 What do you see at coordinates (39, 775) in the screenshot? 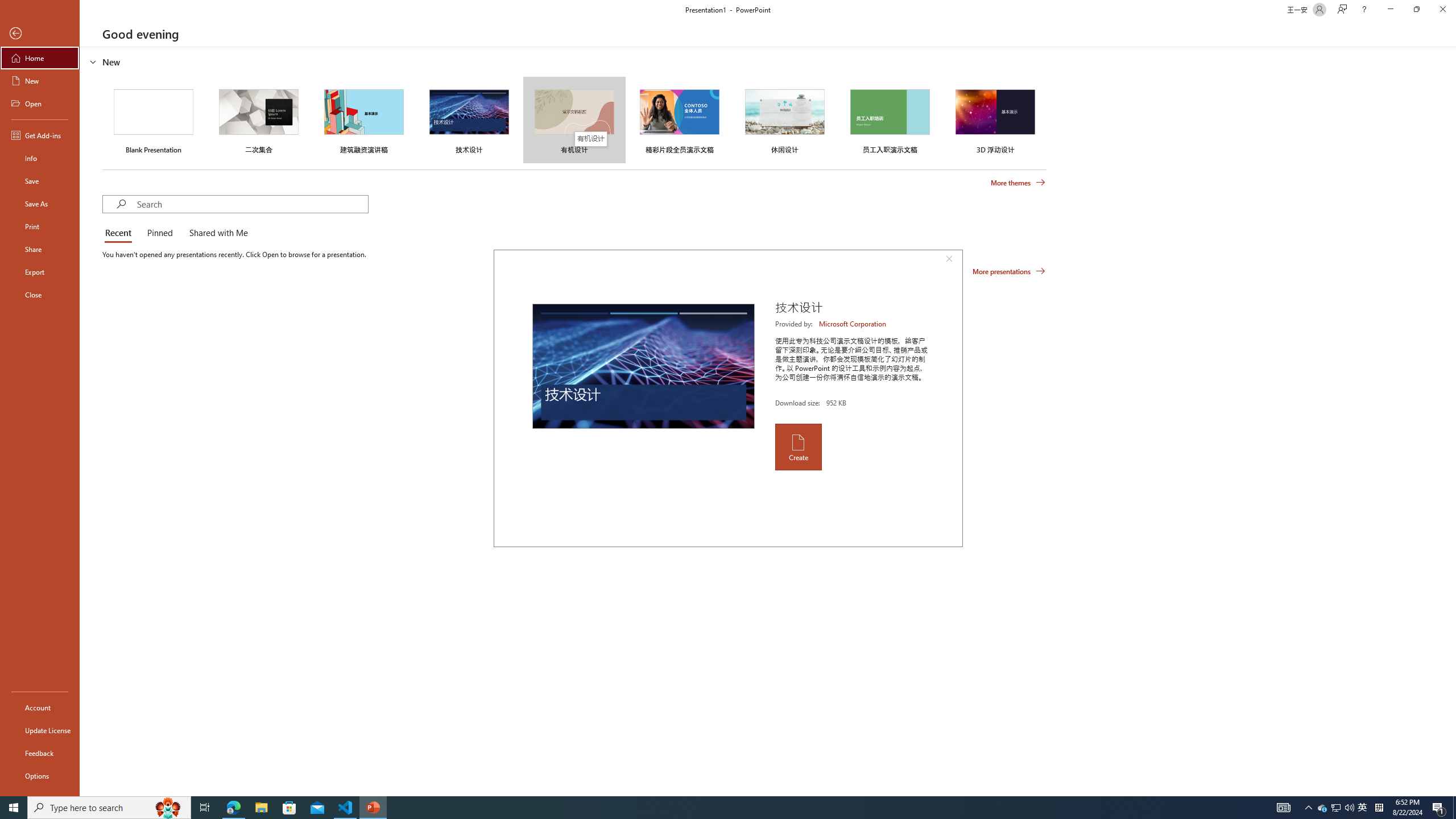
I see `'Options'` at bounding box center [39, 775].